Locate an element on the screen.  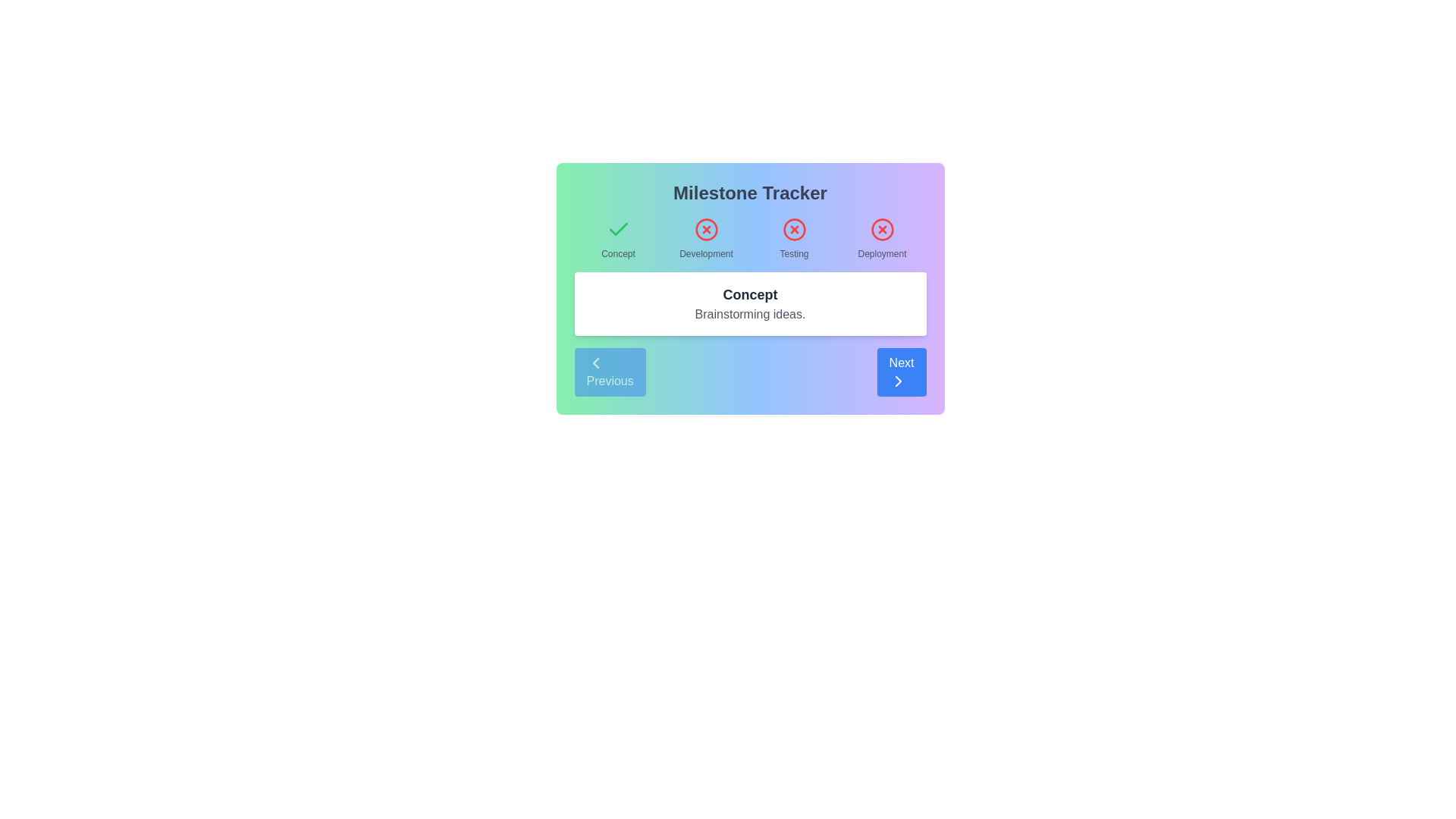
the information displayed in the Informational box that contains the text 'Concept' and 'Brainstorming ideas.' positioned below the milestones in the Milestone Tracker interface is located at coordinates (750, 304).